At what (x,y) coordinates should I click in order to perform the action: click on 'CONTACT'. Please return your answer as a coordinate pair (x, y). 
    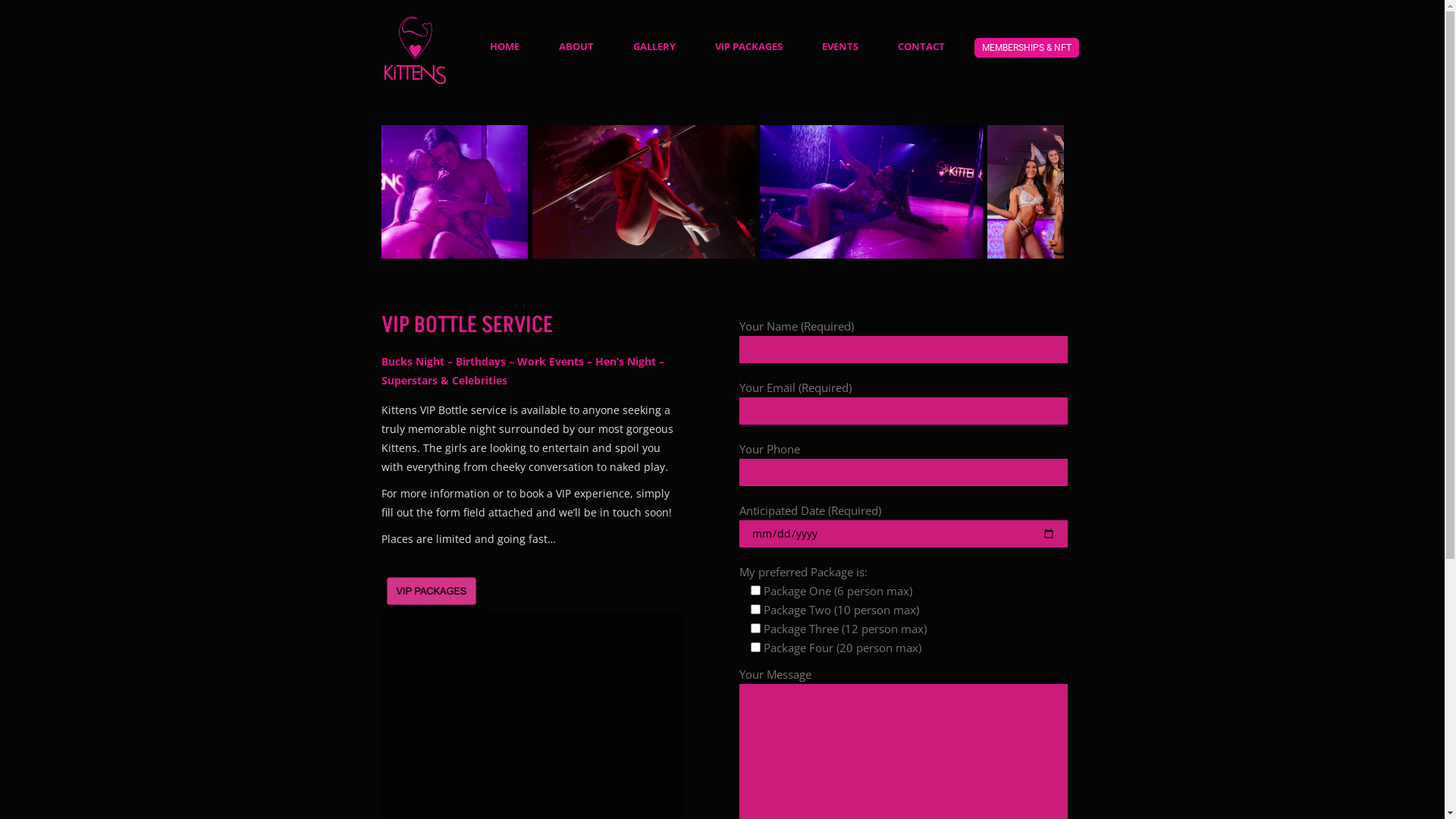
    Looking at the image, I should click on (920, 45).